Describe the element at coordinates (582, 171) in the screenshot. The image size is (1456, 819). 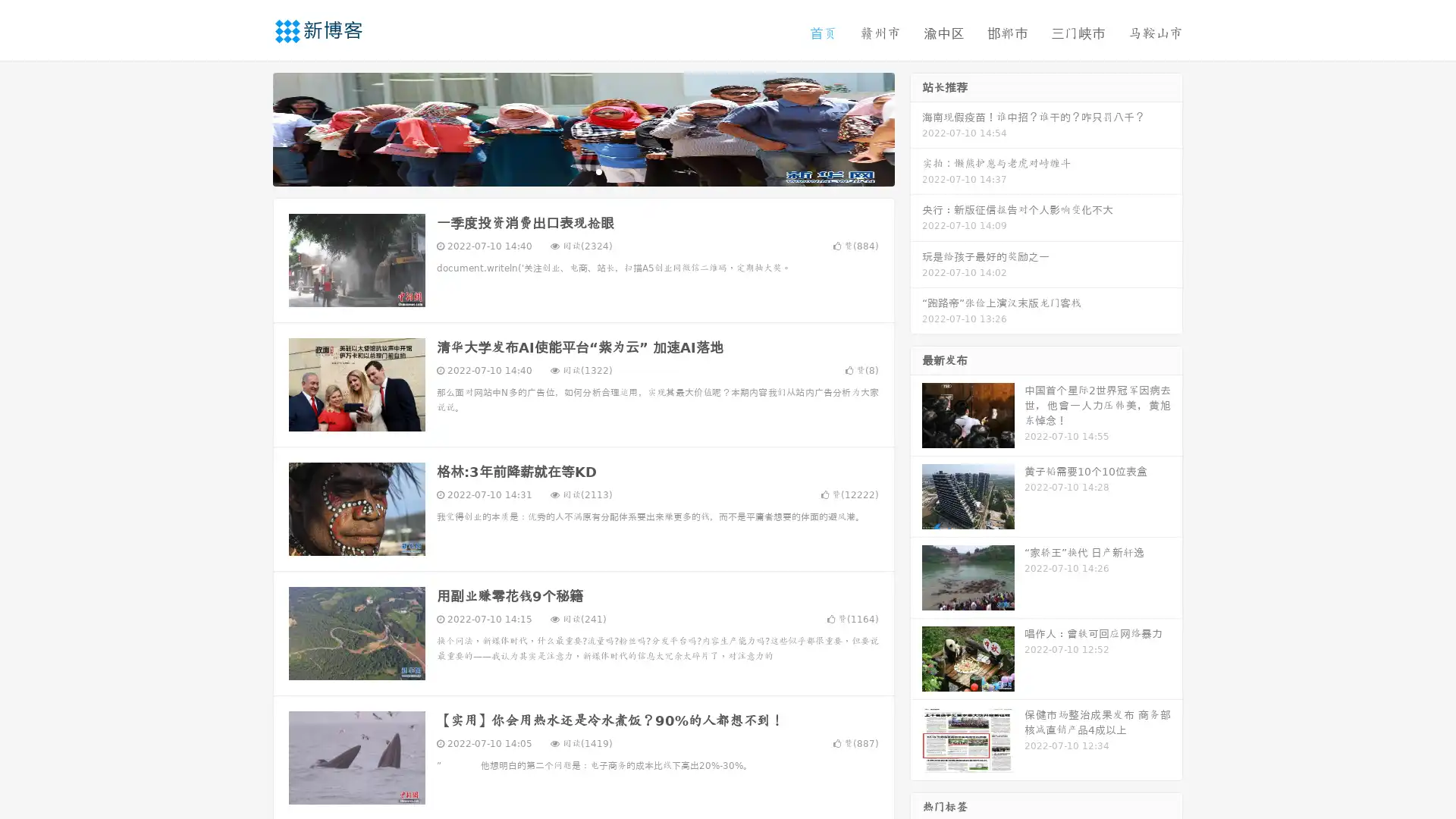
I see `Go to slide 2` at that location.